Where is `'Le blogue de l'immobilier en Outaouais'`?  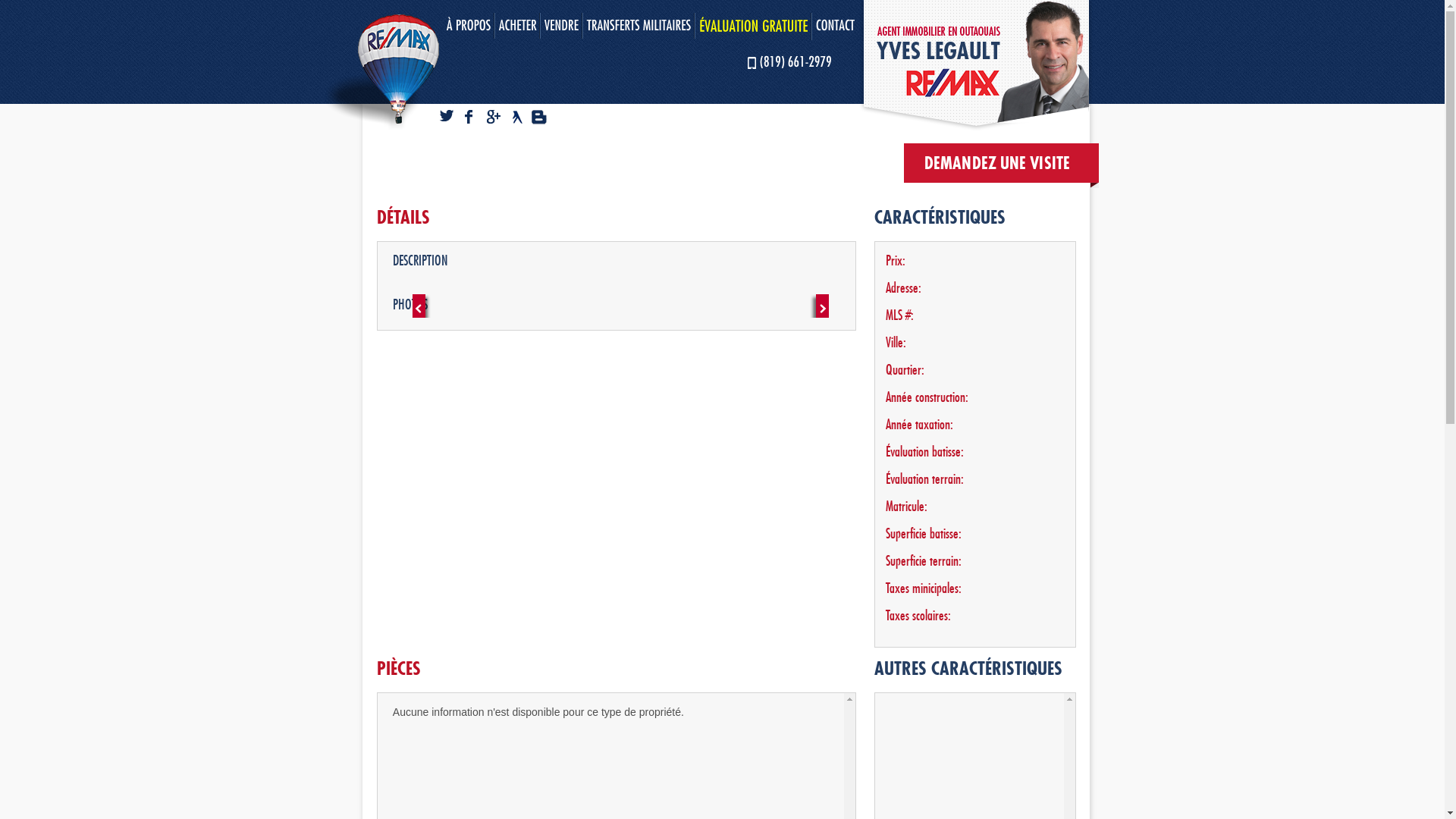 'Le blogue de l'immobilier en Outaouais' is located at coordinates (541, 117).